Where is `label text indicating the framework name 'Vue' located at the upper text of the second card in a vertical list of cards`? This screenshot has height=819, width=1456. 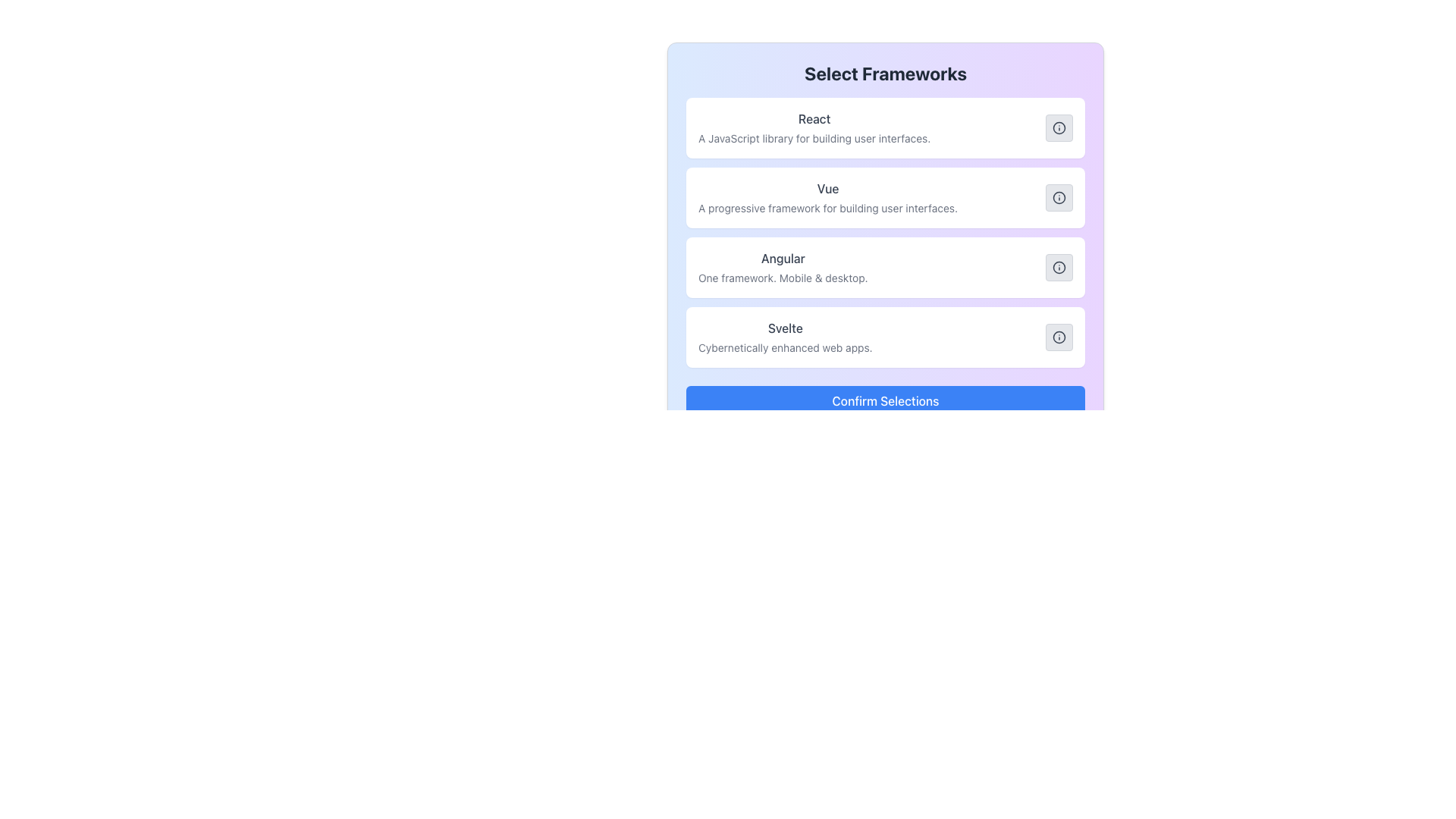 label text indicating the framework name 'Vue' located at the upper text of the second card in a vertical list of cards is located at coordinates (827, 188).